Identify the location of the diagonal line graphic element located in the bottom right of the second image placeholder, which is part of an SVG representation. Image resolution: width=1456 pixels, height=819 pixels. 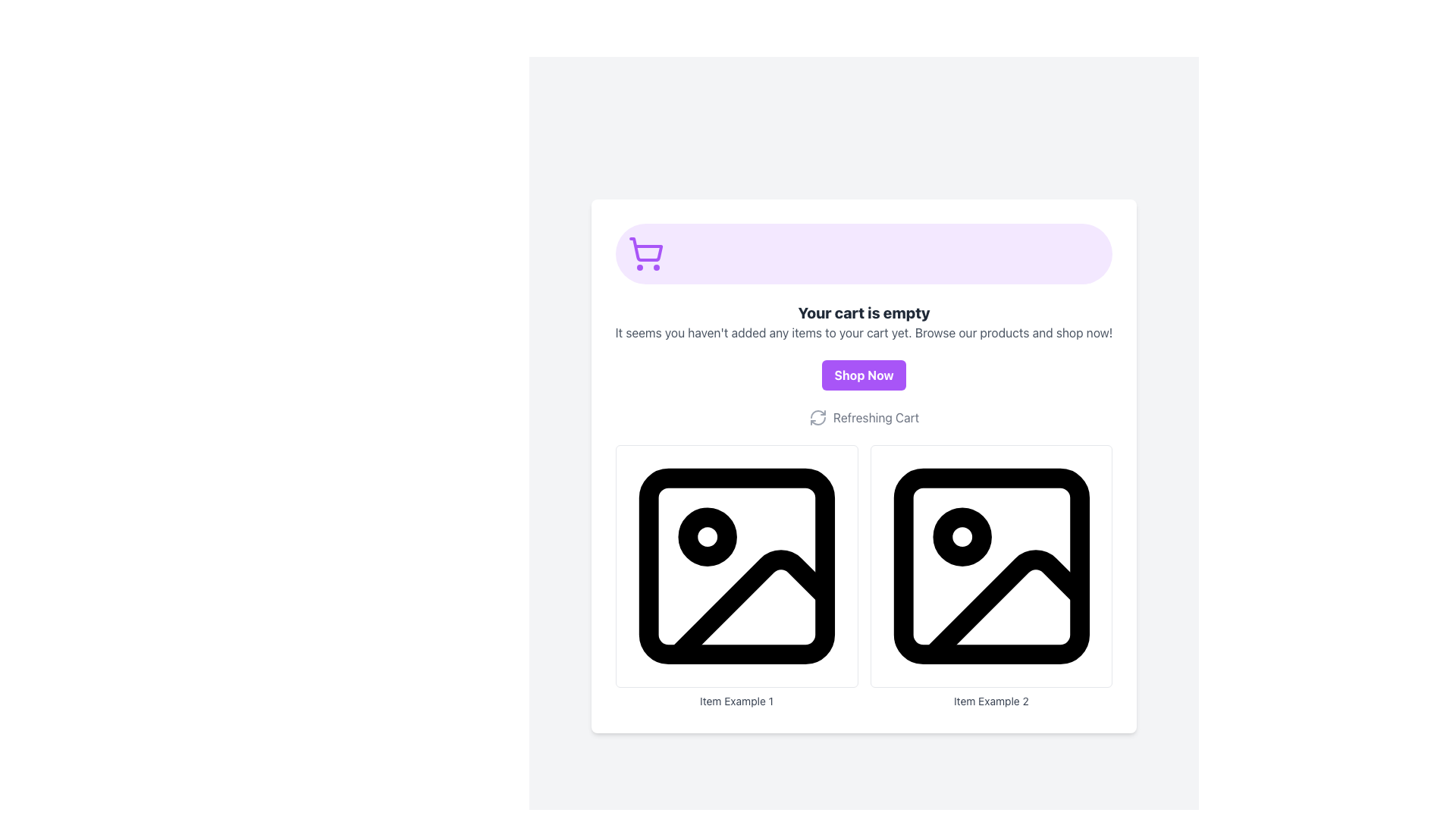
(1006, 606).